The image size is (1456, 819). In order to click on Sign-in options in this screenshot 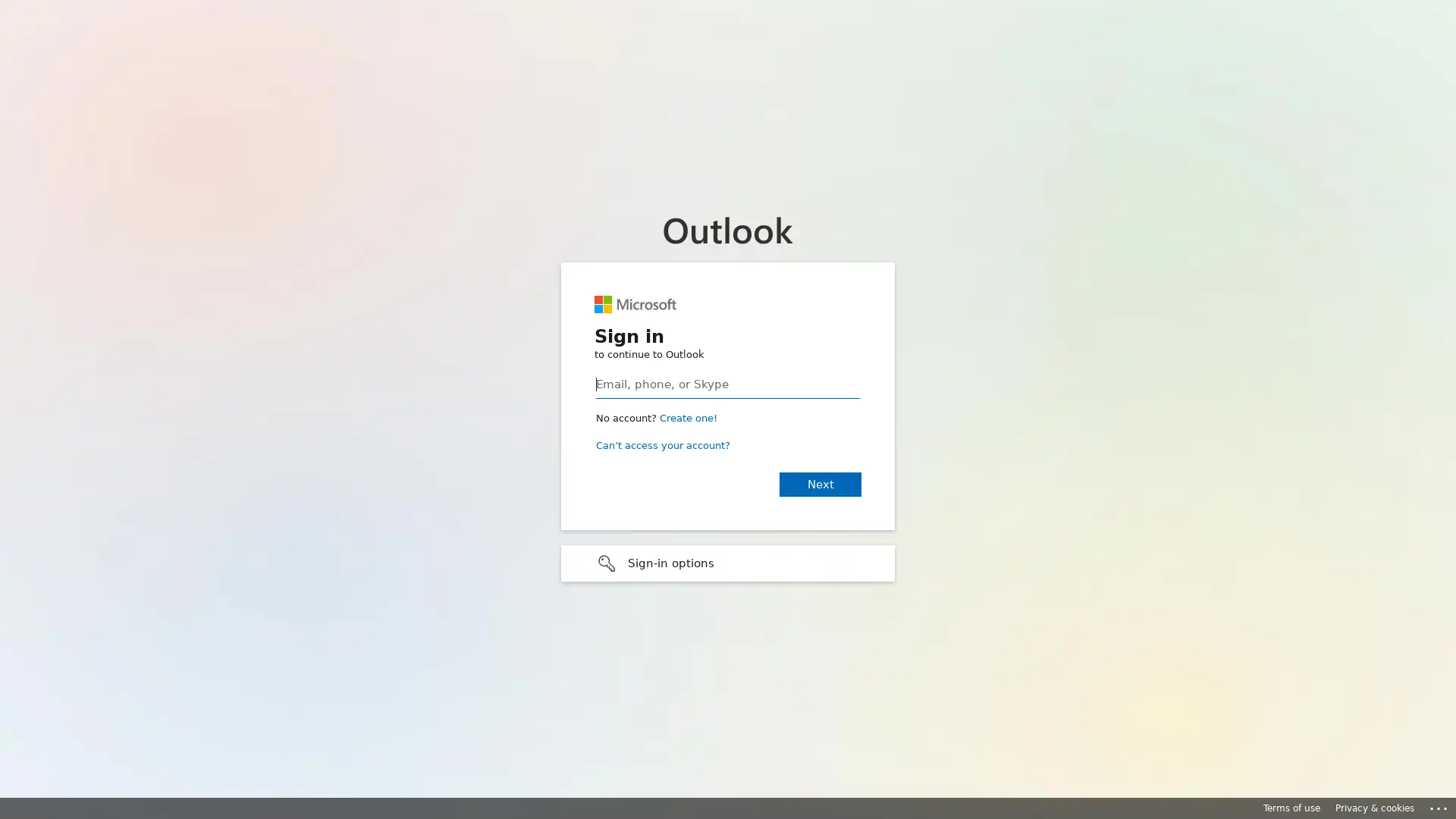, I will do `click(728, 562)`.